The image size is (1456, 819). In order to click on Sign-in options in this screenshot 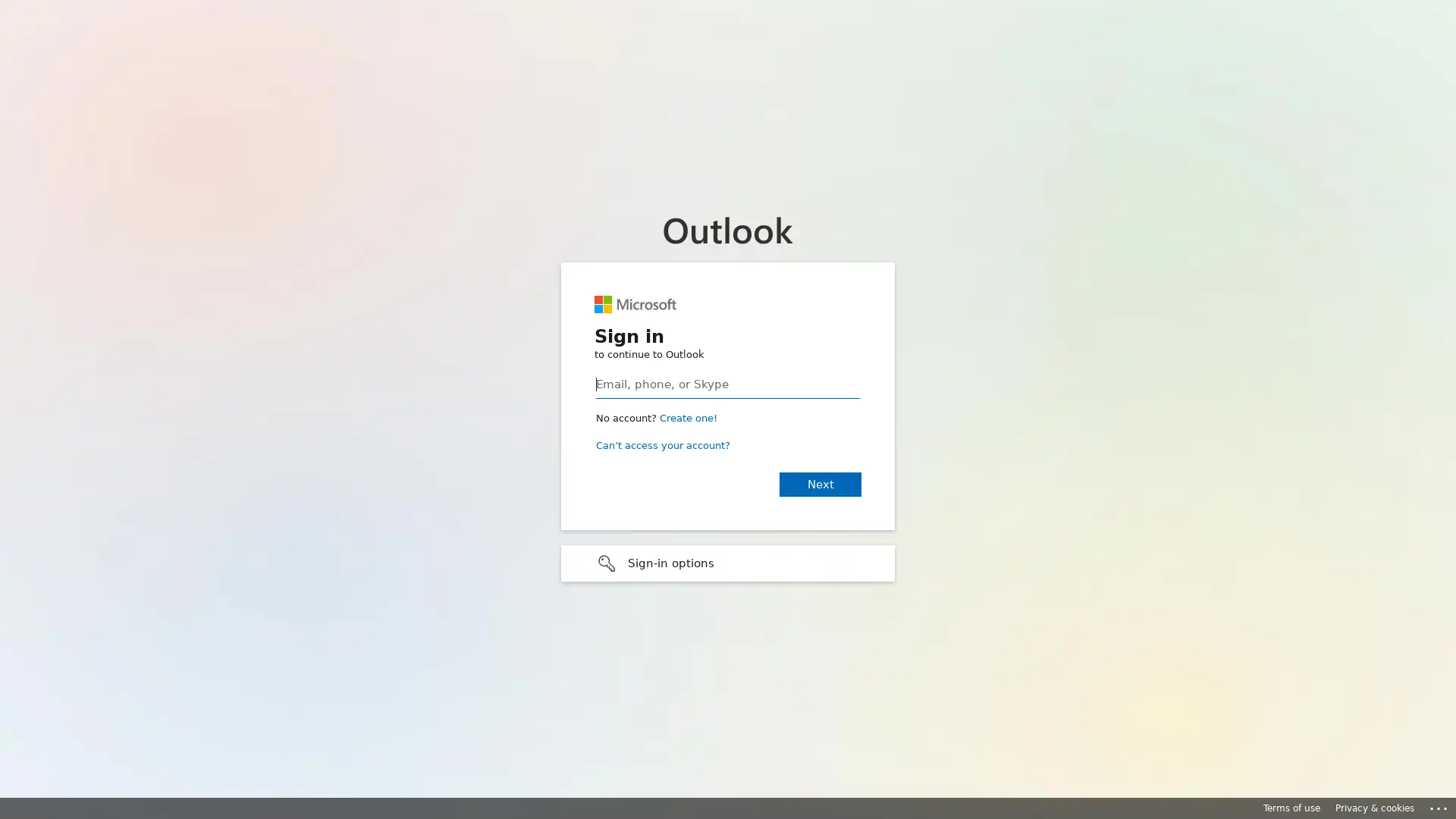, I will do `click(728, 562)`.